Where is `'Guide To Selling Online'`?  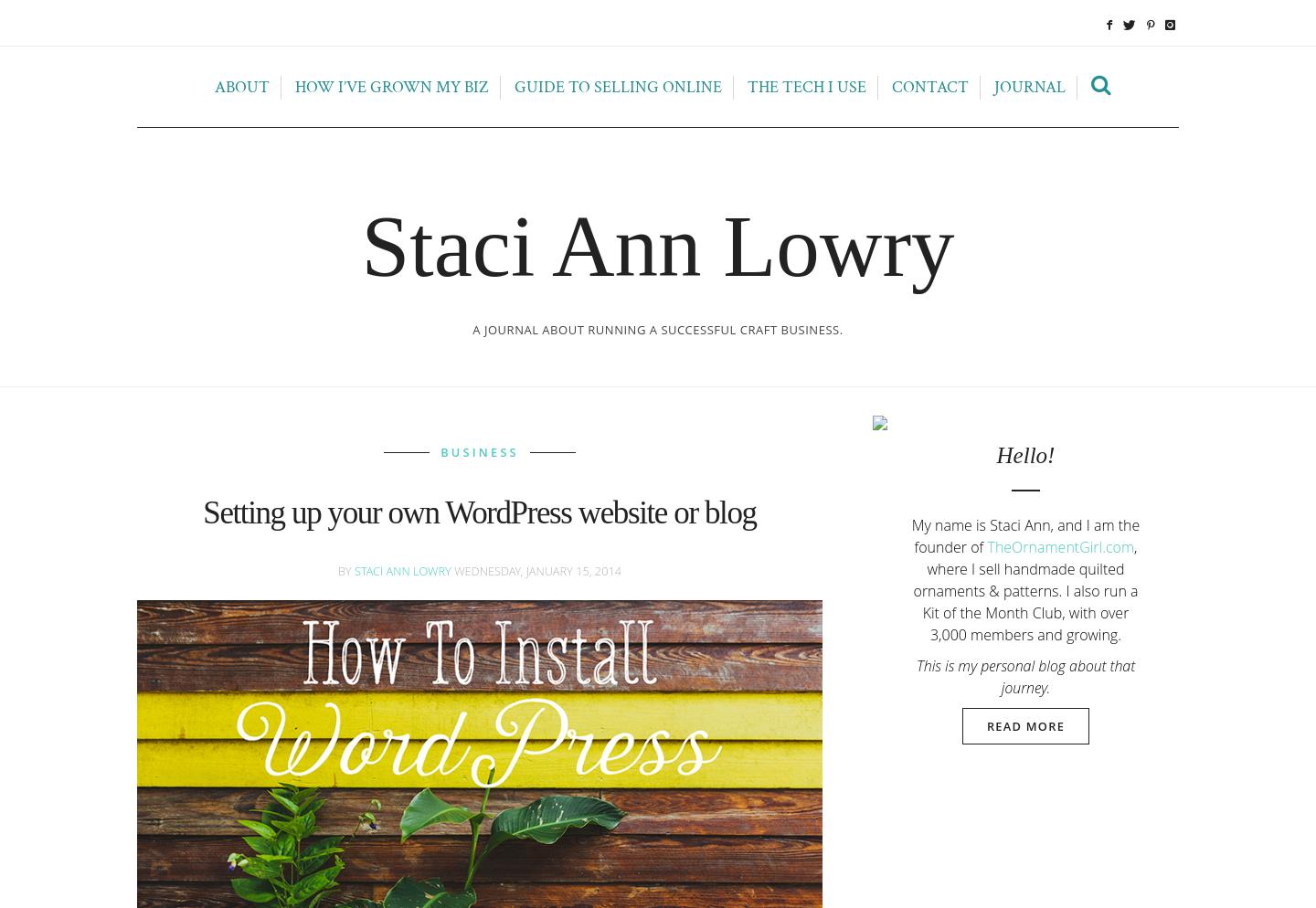
'Guide To Selling Online' is located at coordinates (617, 87).